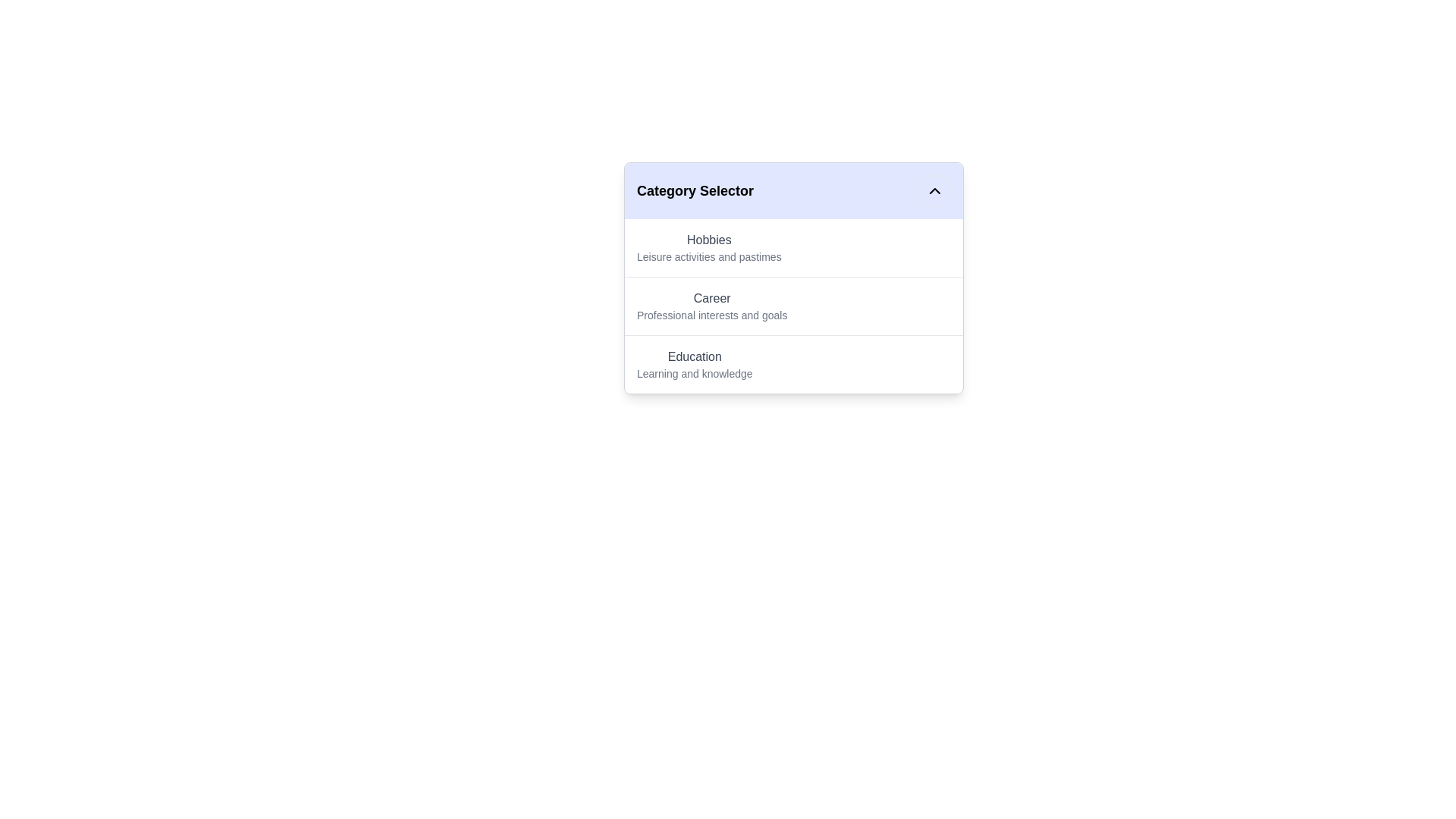  Describe the element at coordinates (708, 247) in the screenshot. I see `the Textual category item labeled 'Hobbies' for accessibility interactions` at that location.